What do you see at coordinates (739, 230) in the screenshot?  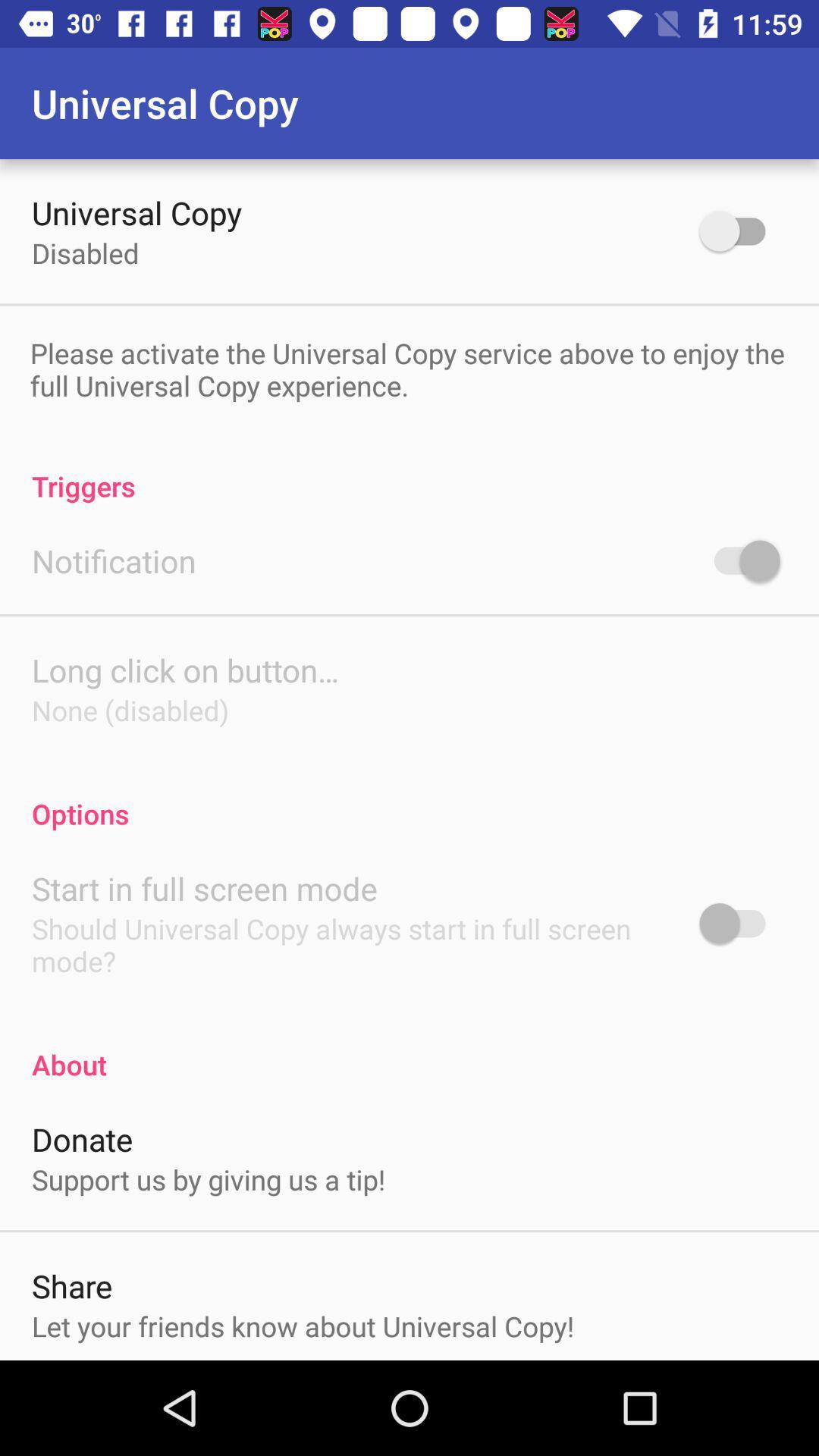 I see `universal copy function` at bounding box center [739, 230].